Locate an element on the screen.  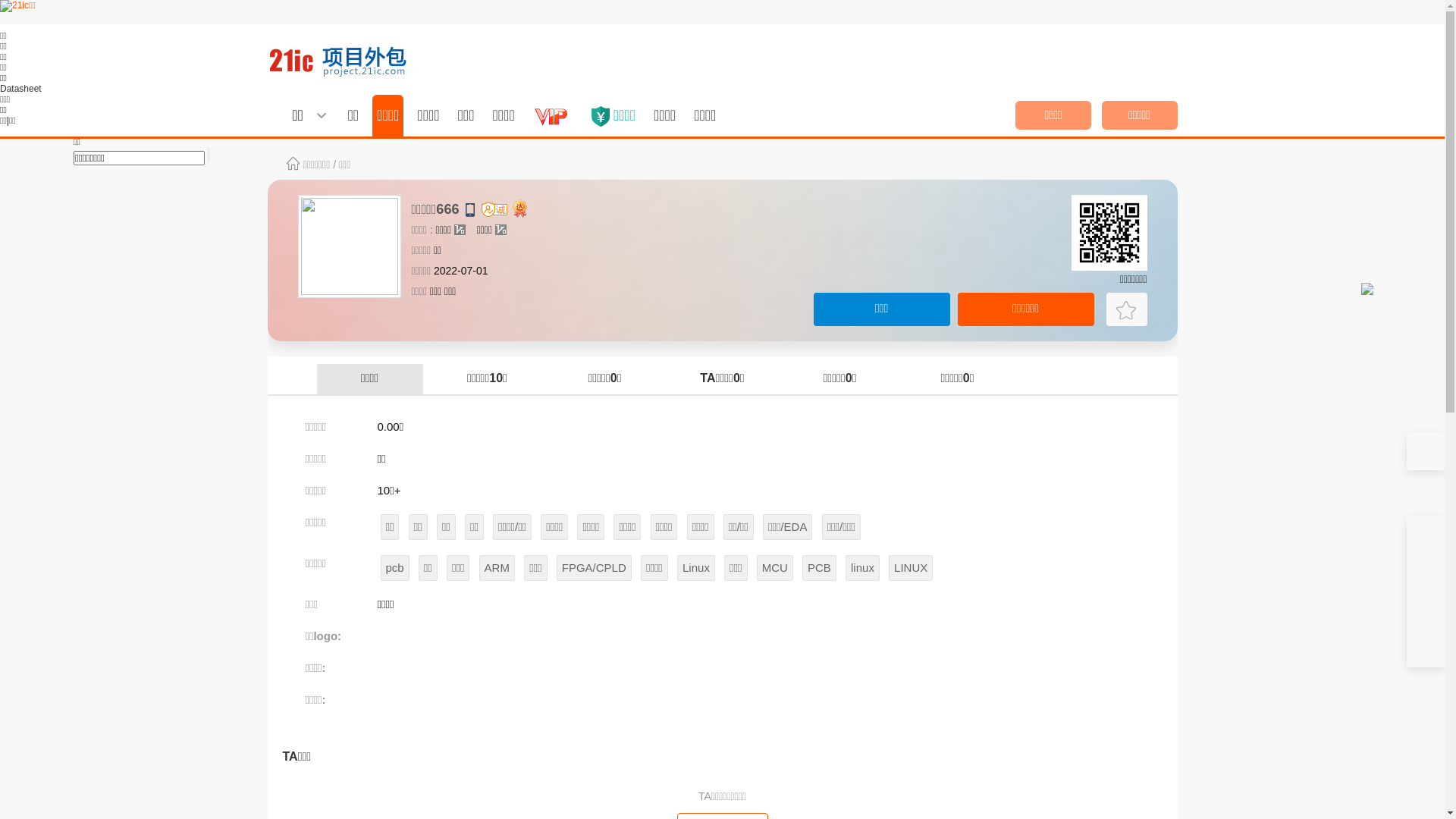
'PCB' is located at coordinates (818, 567).